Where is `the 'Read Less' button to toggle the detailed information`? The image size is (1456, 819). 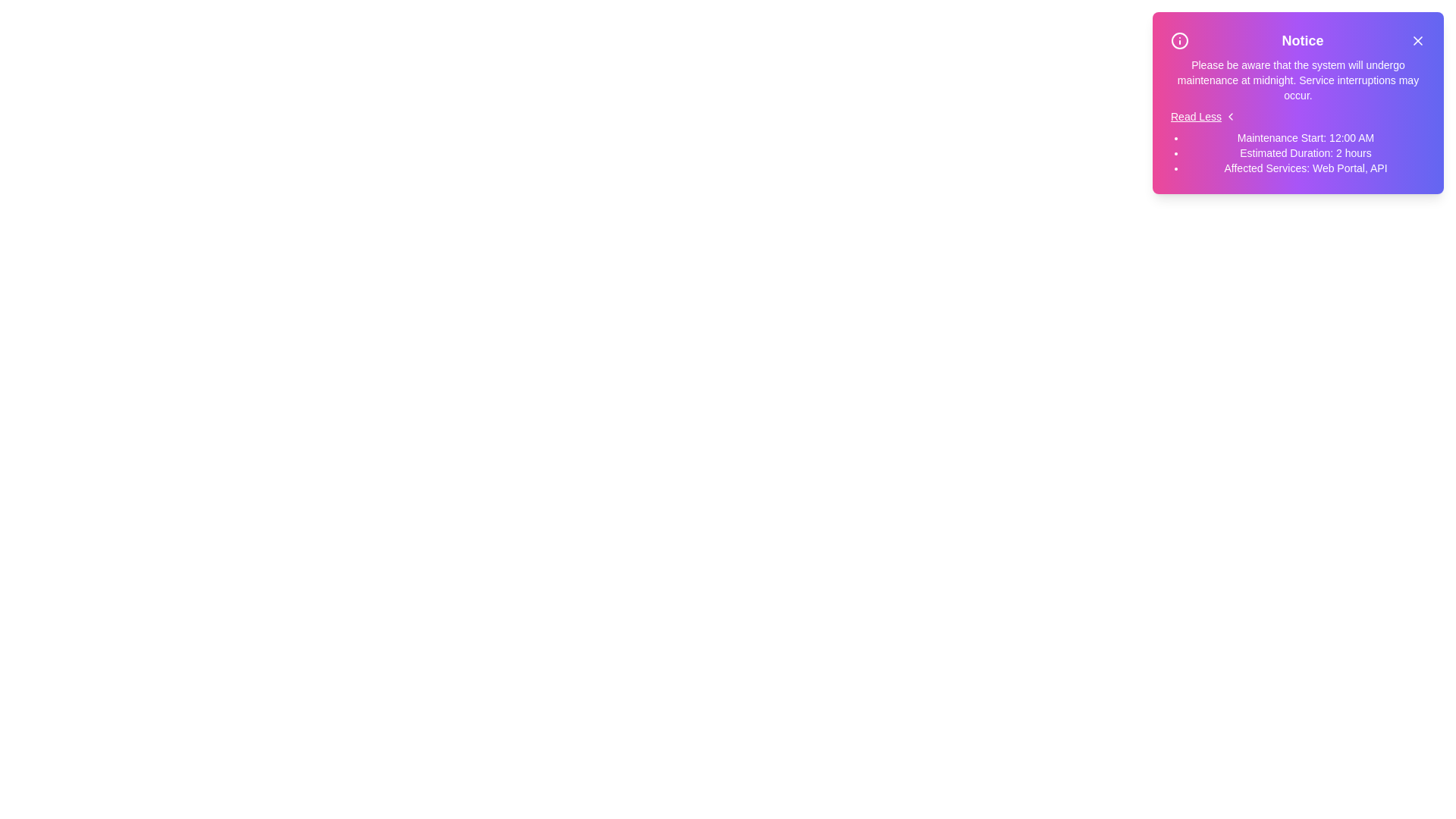 the 'Read Less' button to toggle the detailed information is located at coordinates (1203, 116).